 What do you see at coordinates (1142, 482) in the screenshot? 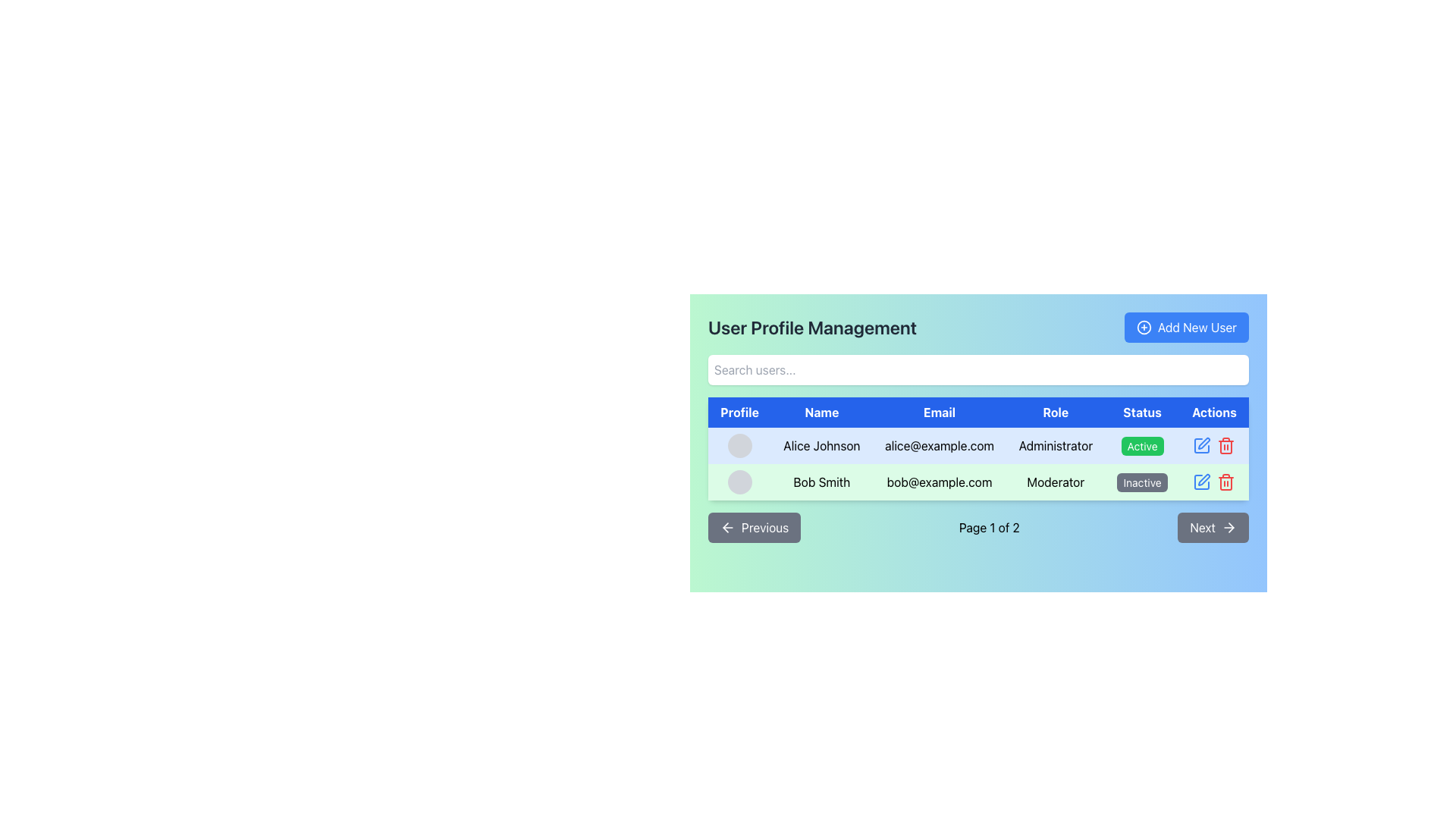
I see `the status indicator button displaying 'Inactive' for user 'Bob Smith' located in the 'Status' column of the second row in the user management table` at bounding box center [1142, 482].